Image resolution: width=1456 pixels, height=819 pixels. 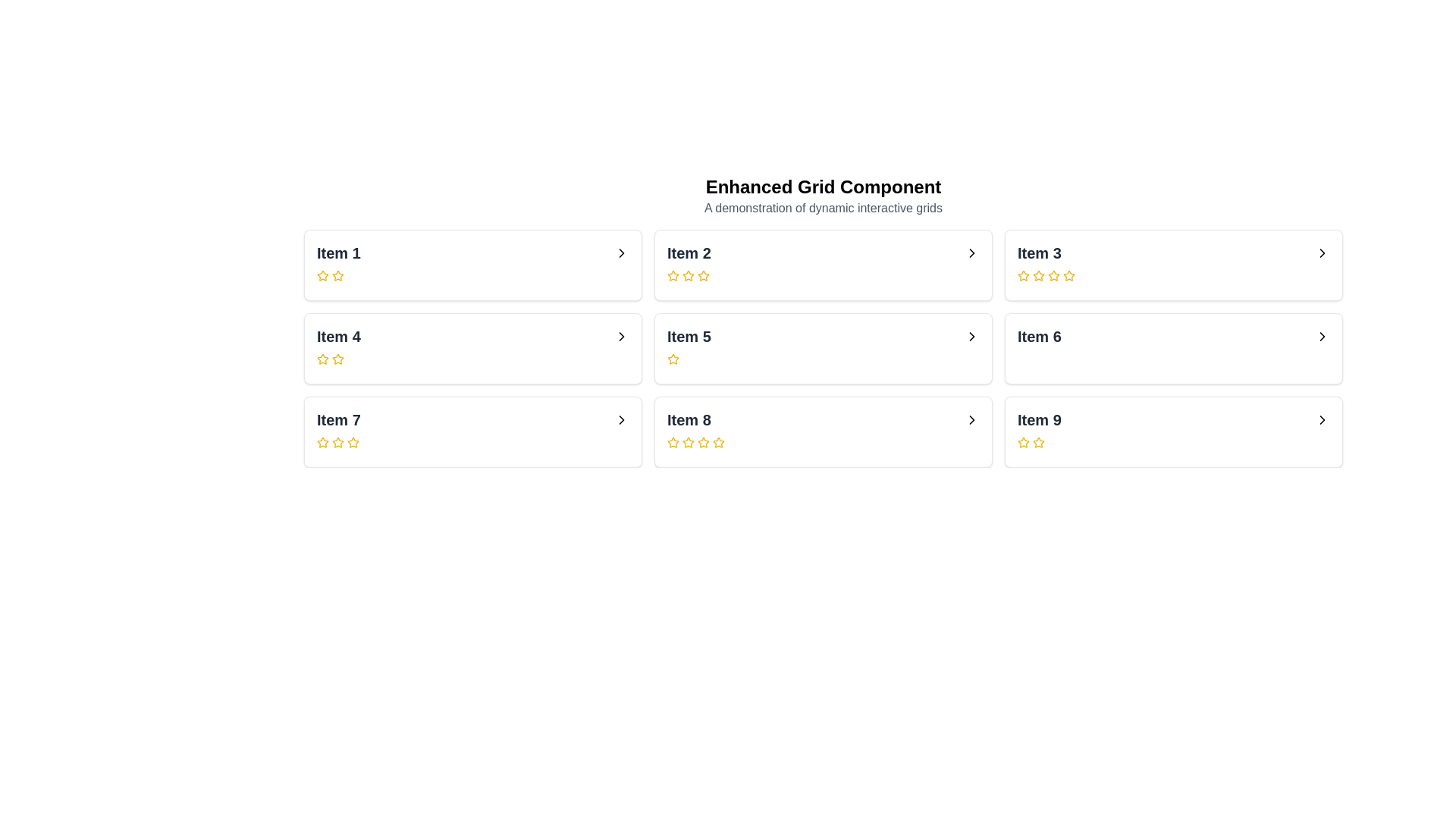 I want to click on text displayed in the Header which contains the title 'Enhanced Grid Component' and subtitle 'A demonstration of dynamic interactive grids', so click(x=822, y=195).